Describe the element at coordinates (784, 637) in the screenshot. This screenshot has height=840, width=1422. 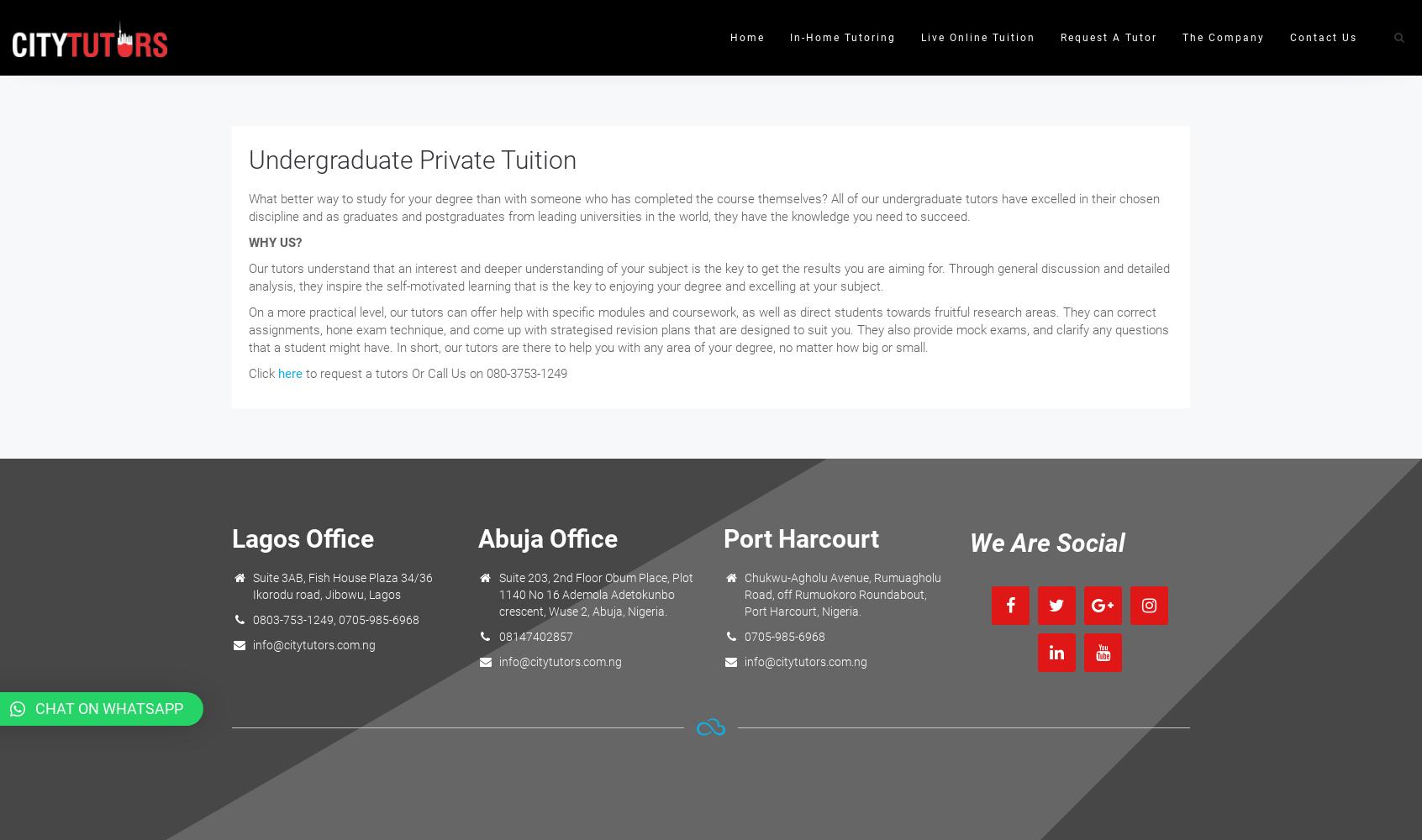
I see `'0705-985-6968'` at that location.